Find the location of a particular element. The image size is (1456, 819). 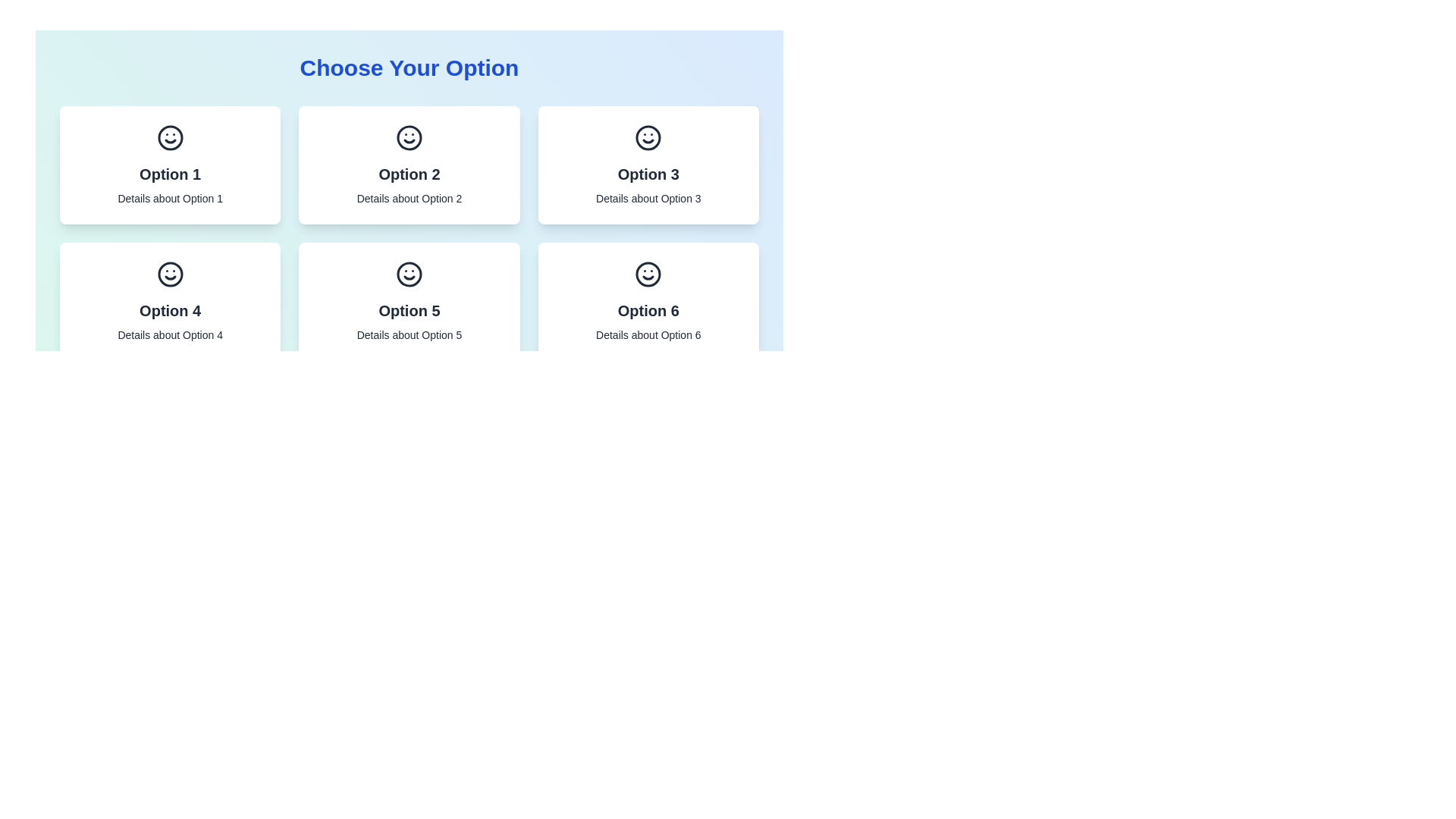

the graphical icon styled as a circular outline with a smiley face located in the lower row, middle column of the grid layout under the card labeled 'Option 5' is located at coordinates (409, 275).